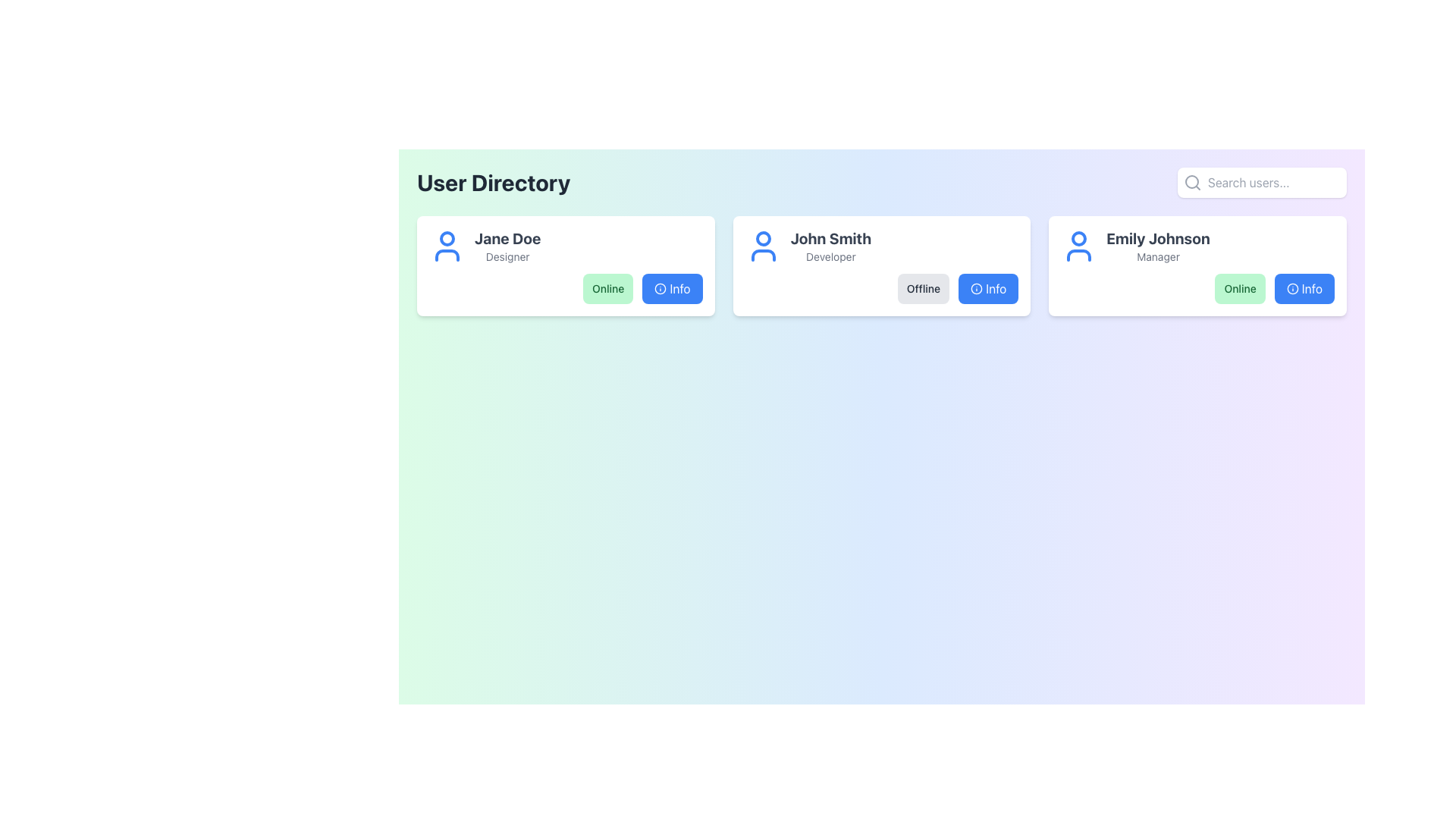 The height and width of the screenshot is (819, 1456). Describe the element at coordinates (1274, 181) in the screenshot. I see `the text input field located at the top-right section of the interface to start typing a search query` at that location.